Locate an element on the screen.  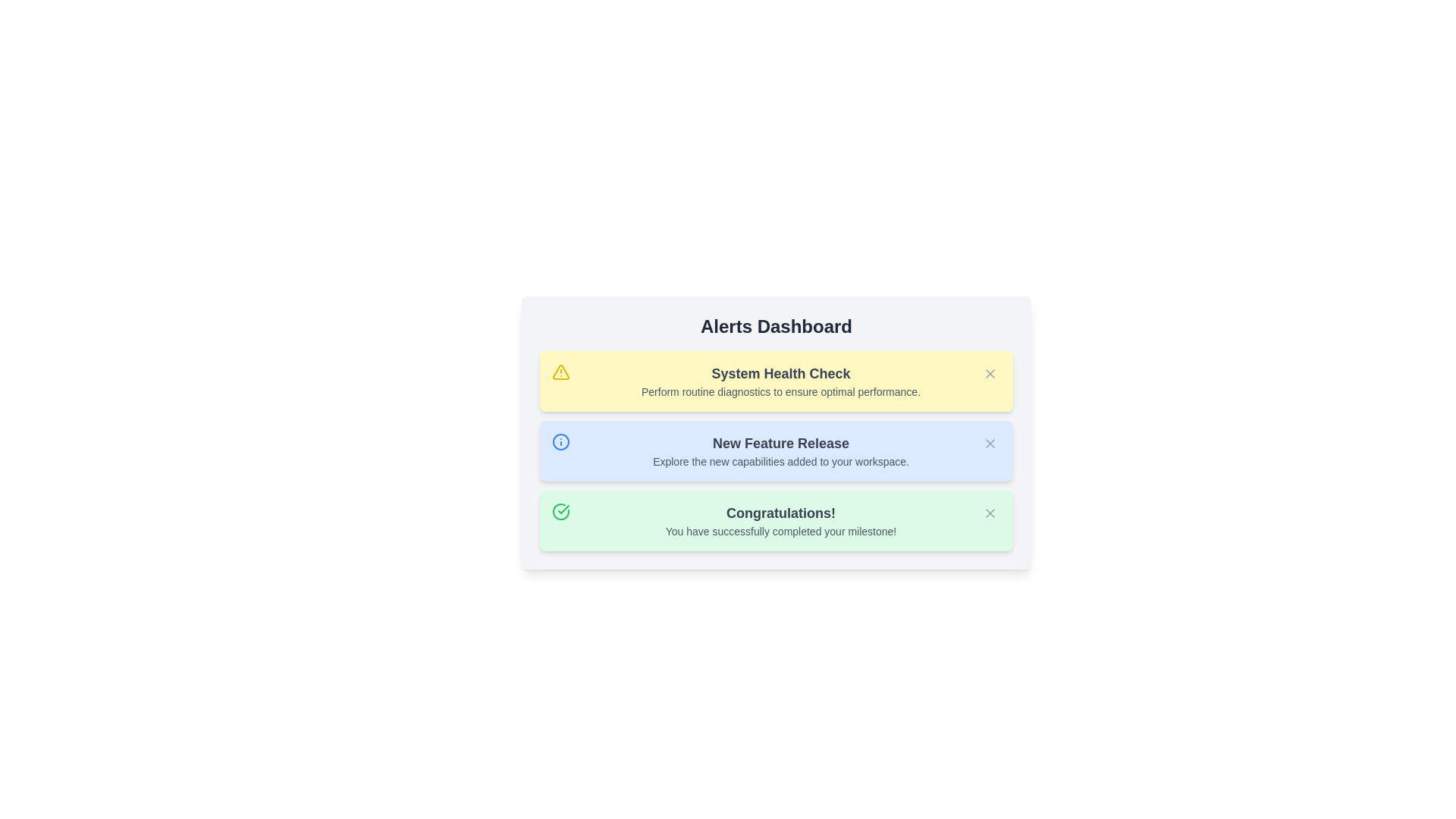
the alert icon for System Health Check to interact with it is located at coordinates (560, 372).